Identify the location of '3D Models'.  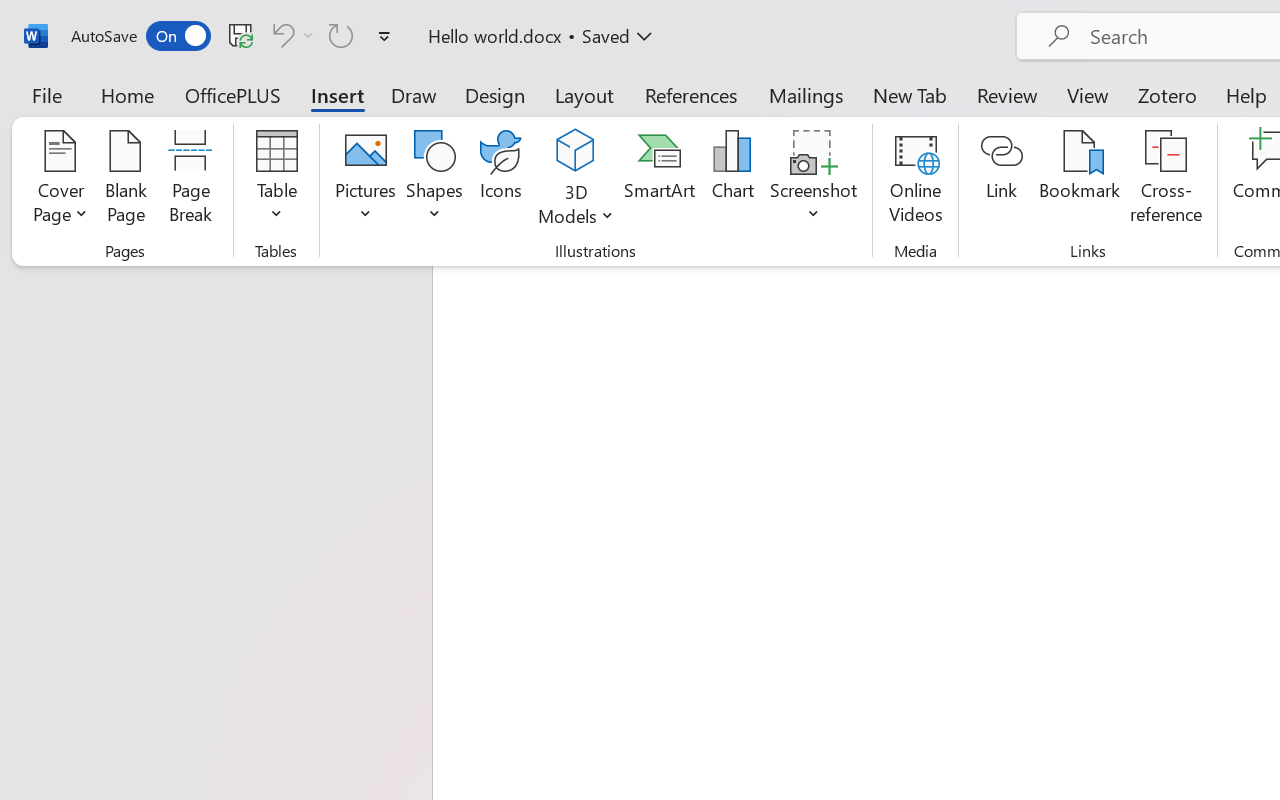
(575, 151).